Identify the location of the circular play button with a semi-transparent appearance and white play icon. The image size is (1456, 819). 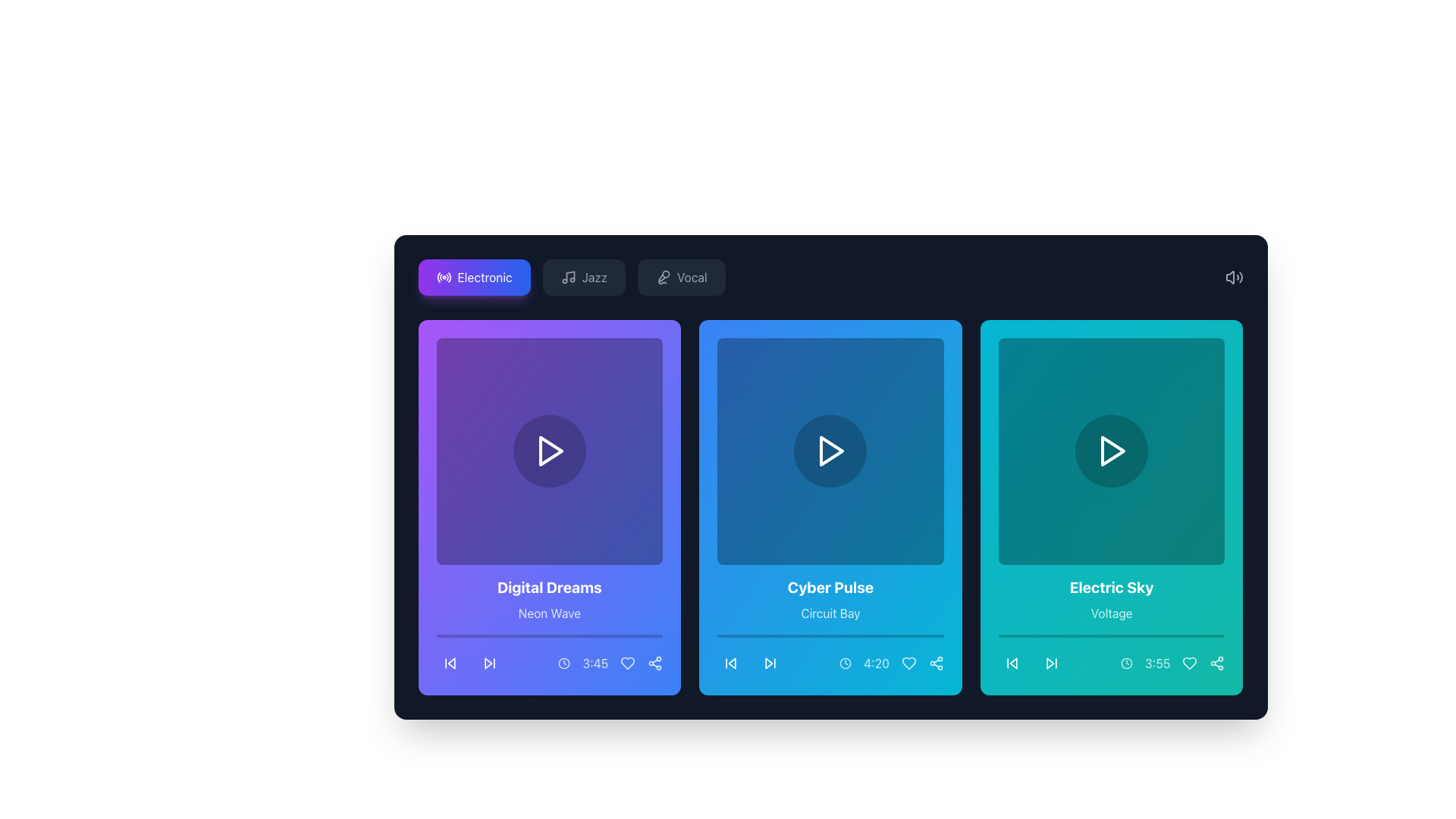
(830, 450).